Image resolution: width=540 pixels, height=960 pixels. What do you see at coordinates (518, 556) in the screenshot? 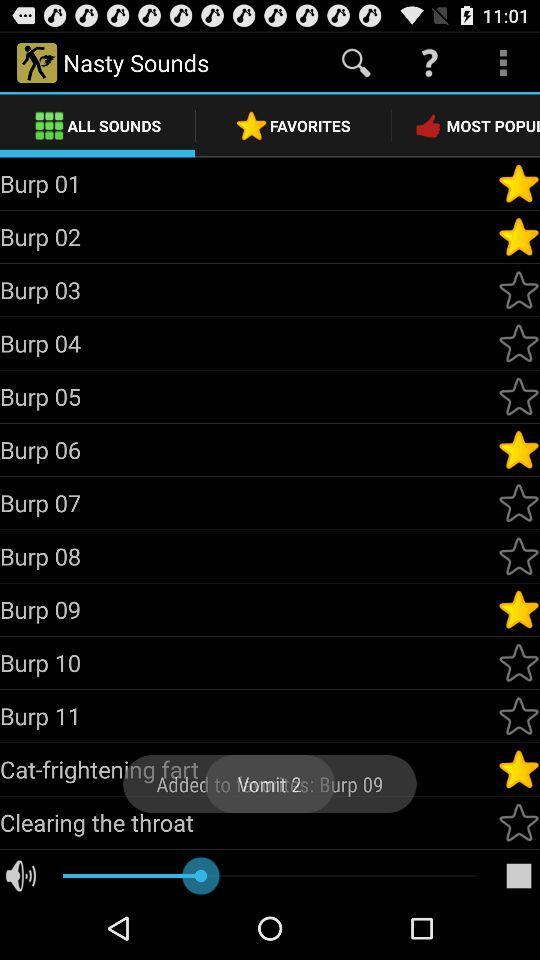
I see `the option` at bounding box center [518, 556].